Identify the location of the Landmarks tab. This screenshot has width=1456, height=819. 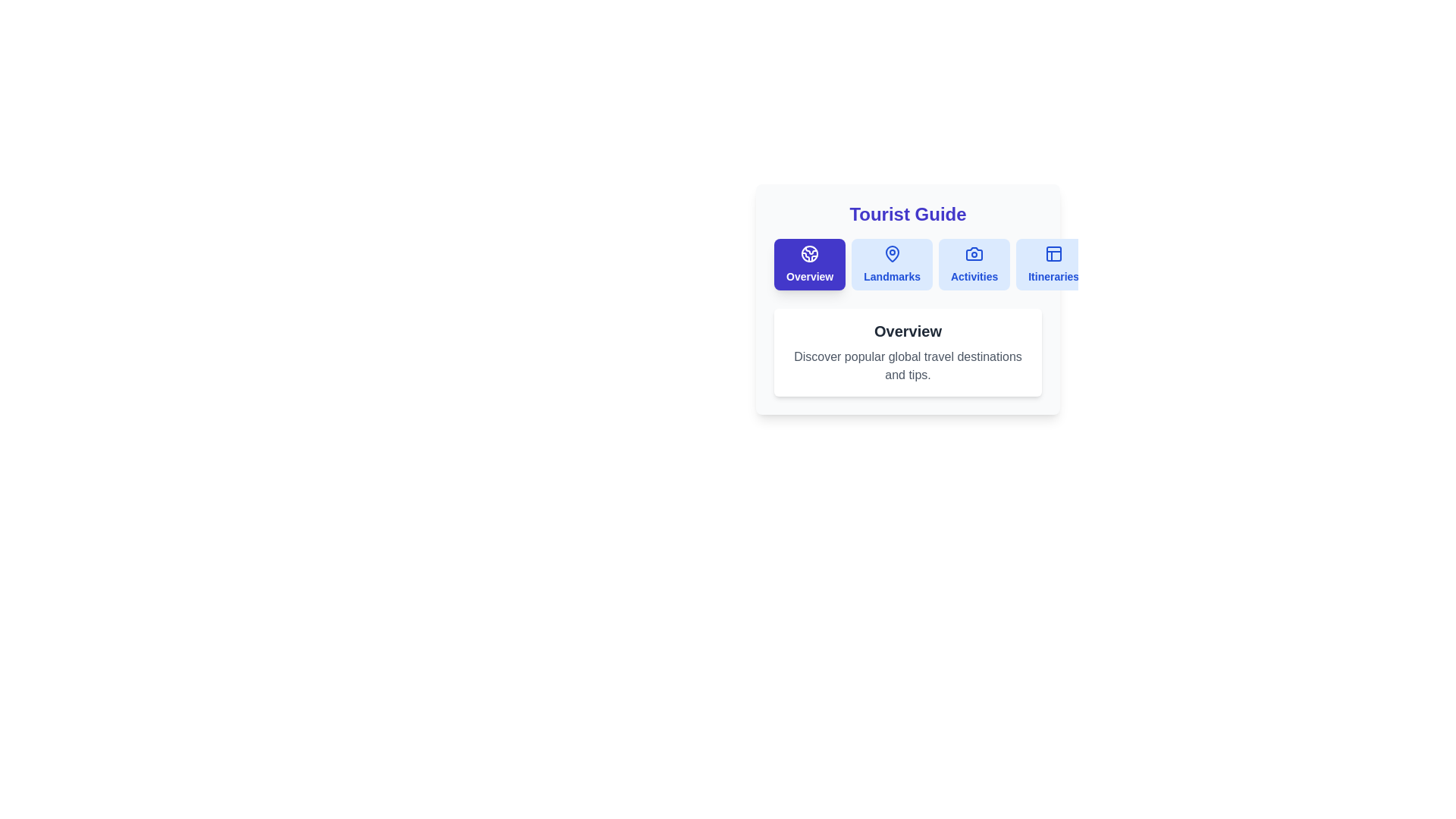
(892, 263).